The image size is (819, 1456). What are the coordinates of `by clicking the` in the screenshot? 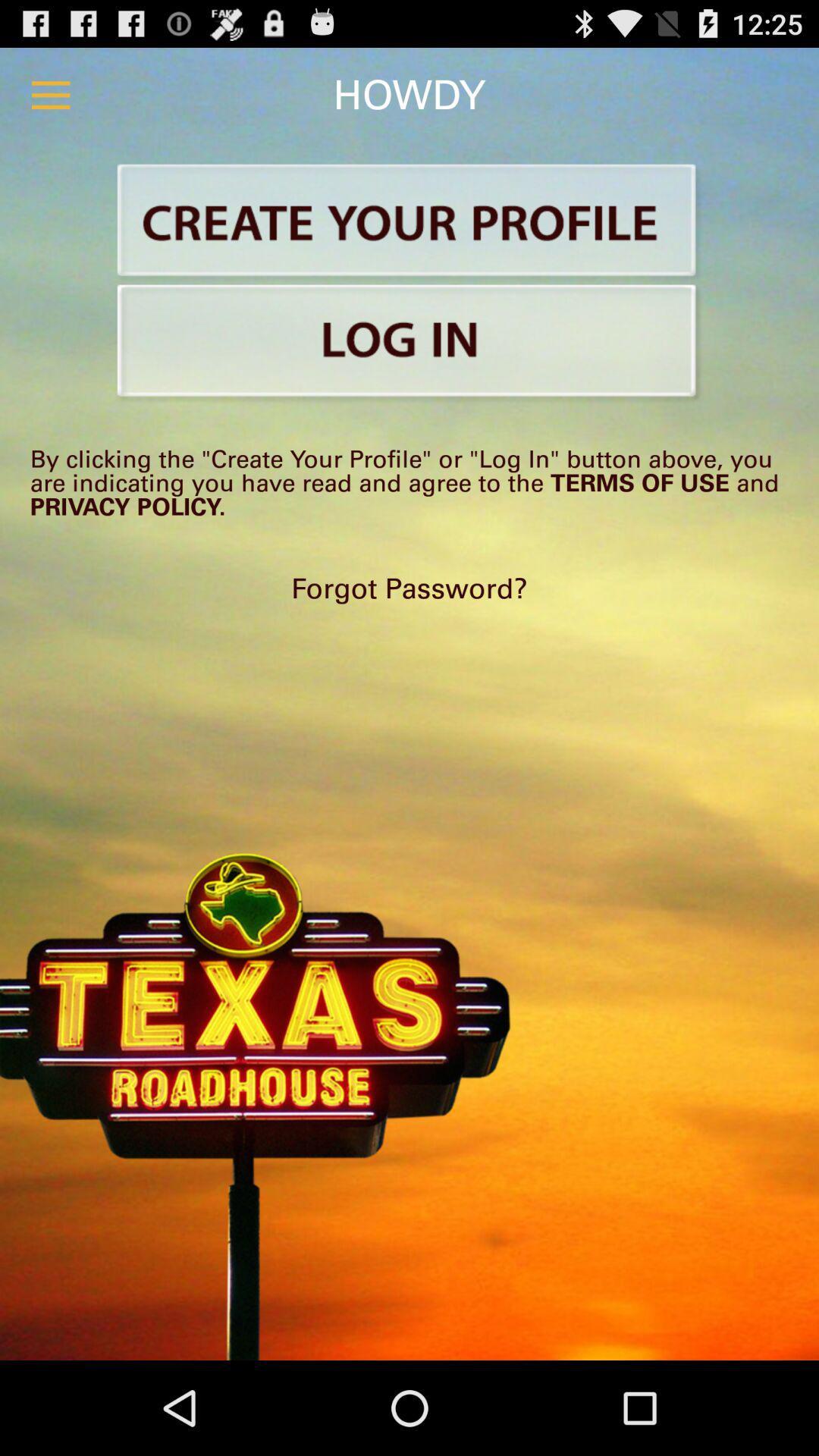 It's located at (409, 482).